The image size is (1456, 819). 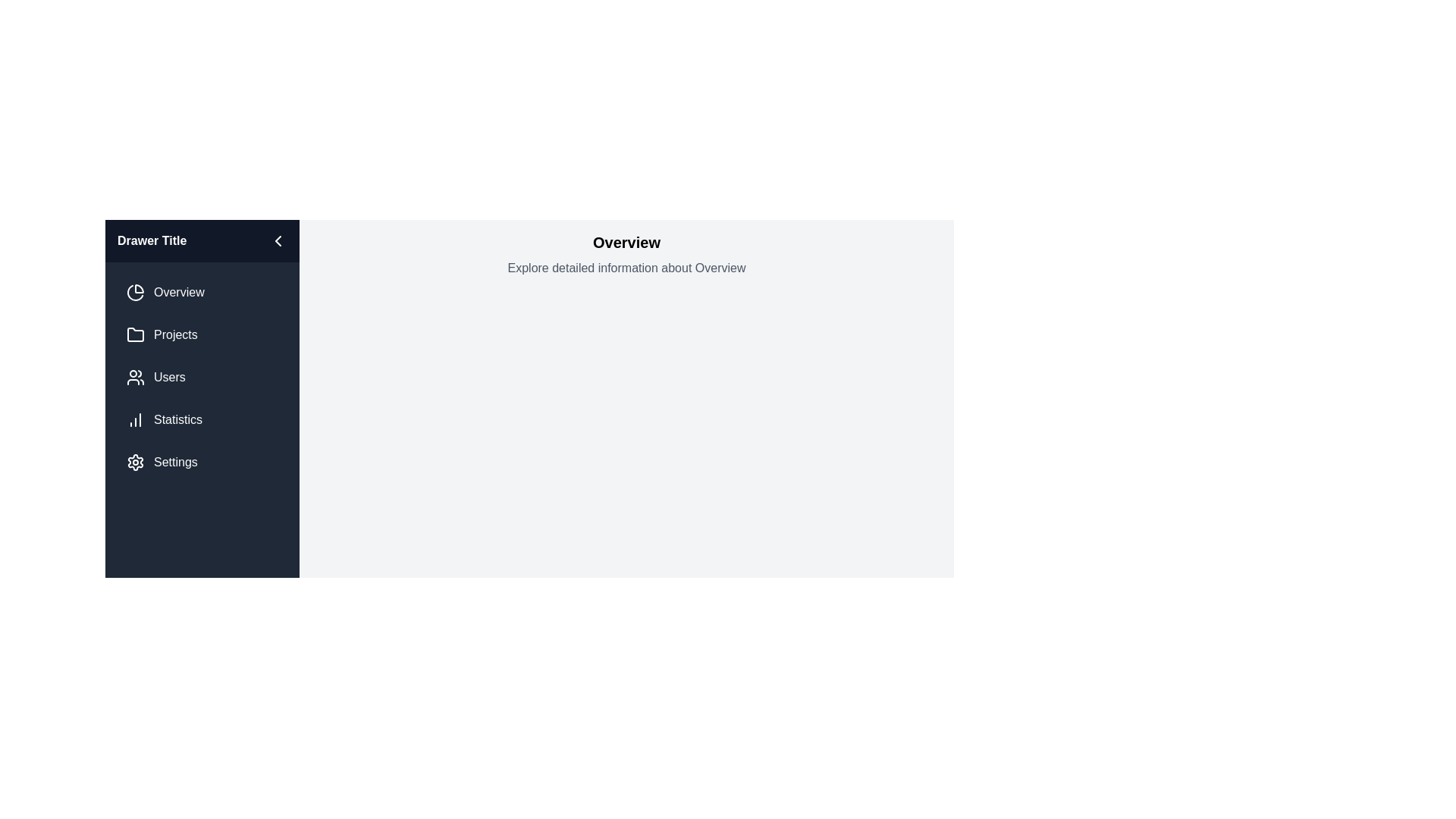 What do you see at coordinates (278, 240) in the screenshot?
I see `the Chevron button to toggle the drawer's visibility` at bounding box center [278, 240].